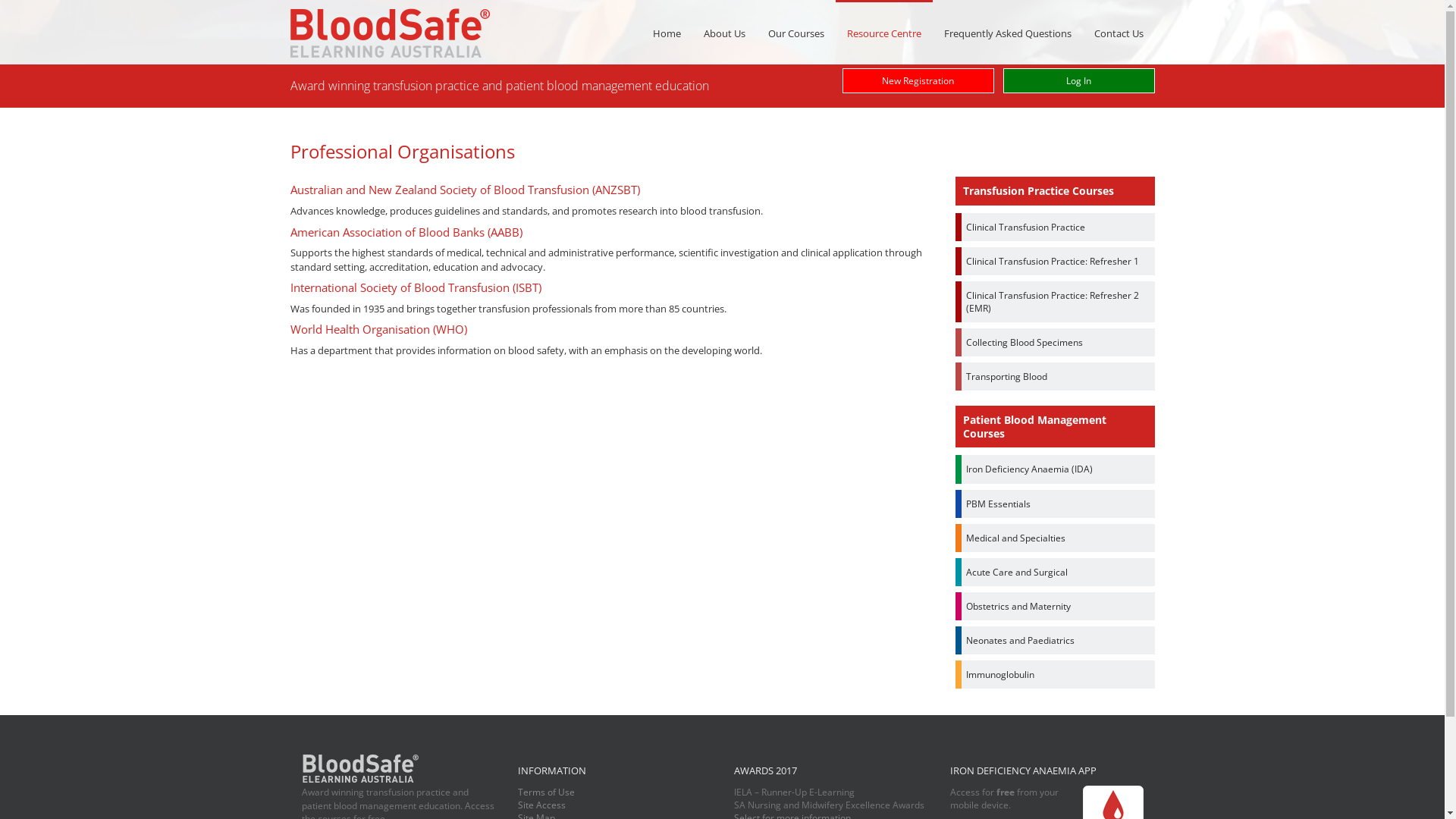 This screenshot has height=819, width=1456. I want to click on 'Our Courses', so click(795, 33).